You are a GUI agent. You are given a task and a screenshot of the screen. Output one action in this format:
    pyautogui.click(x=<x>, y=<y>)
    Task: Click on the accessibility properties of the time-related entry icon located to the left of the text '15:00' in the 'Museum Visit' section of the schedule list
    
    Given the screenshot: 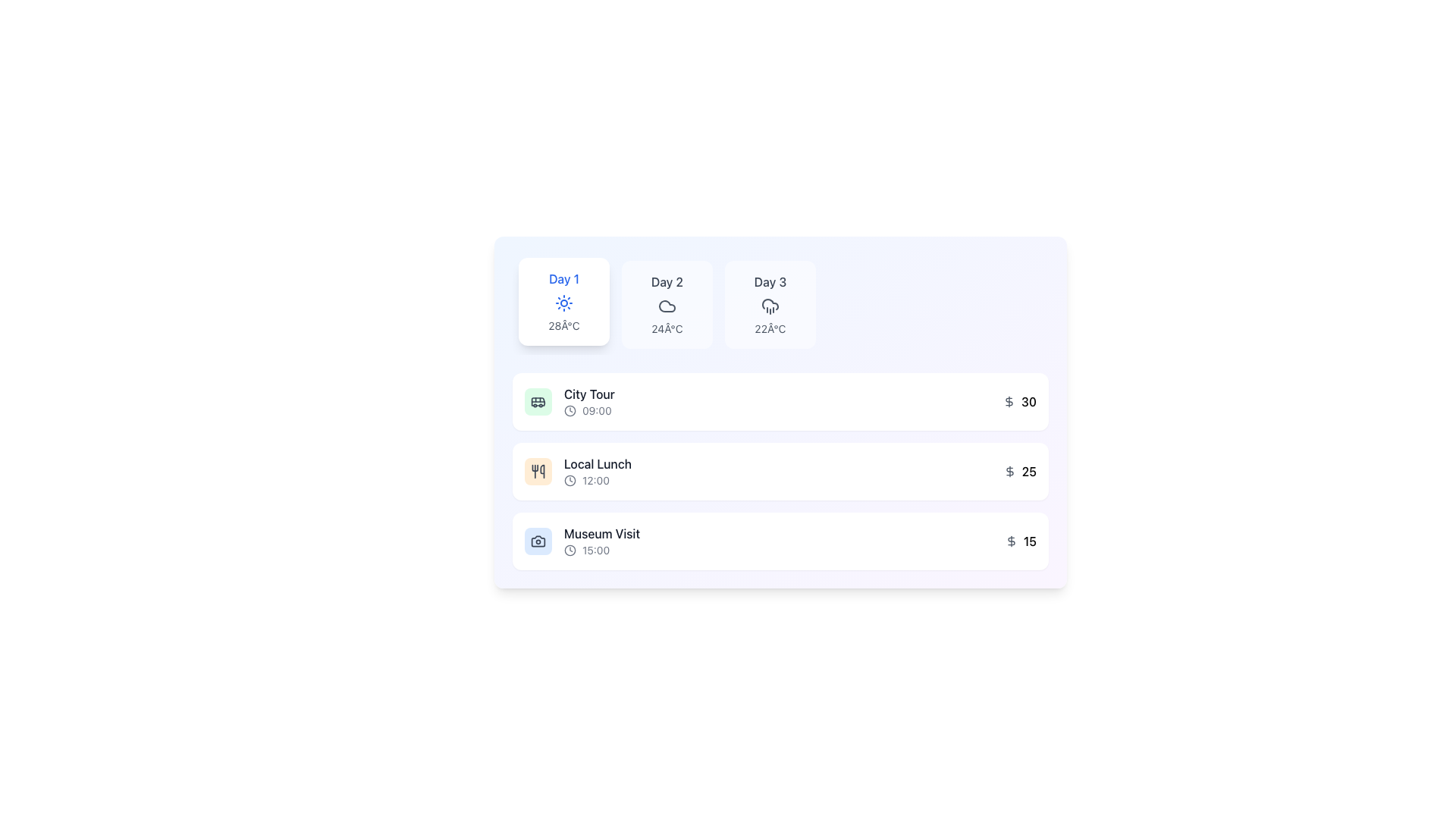 What is the action you would take?
    pyautogui.click(x=570, y=550)
    